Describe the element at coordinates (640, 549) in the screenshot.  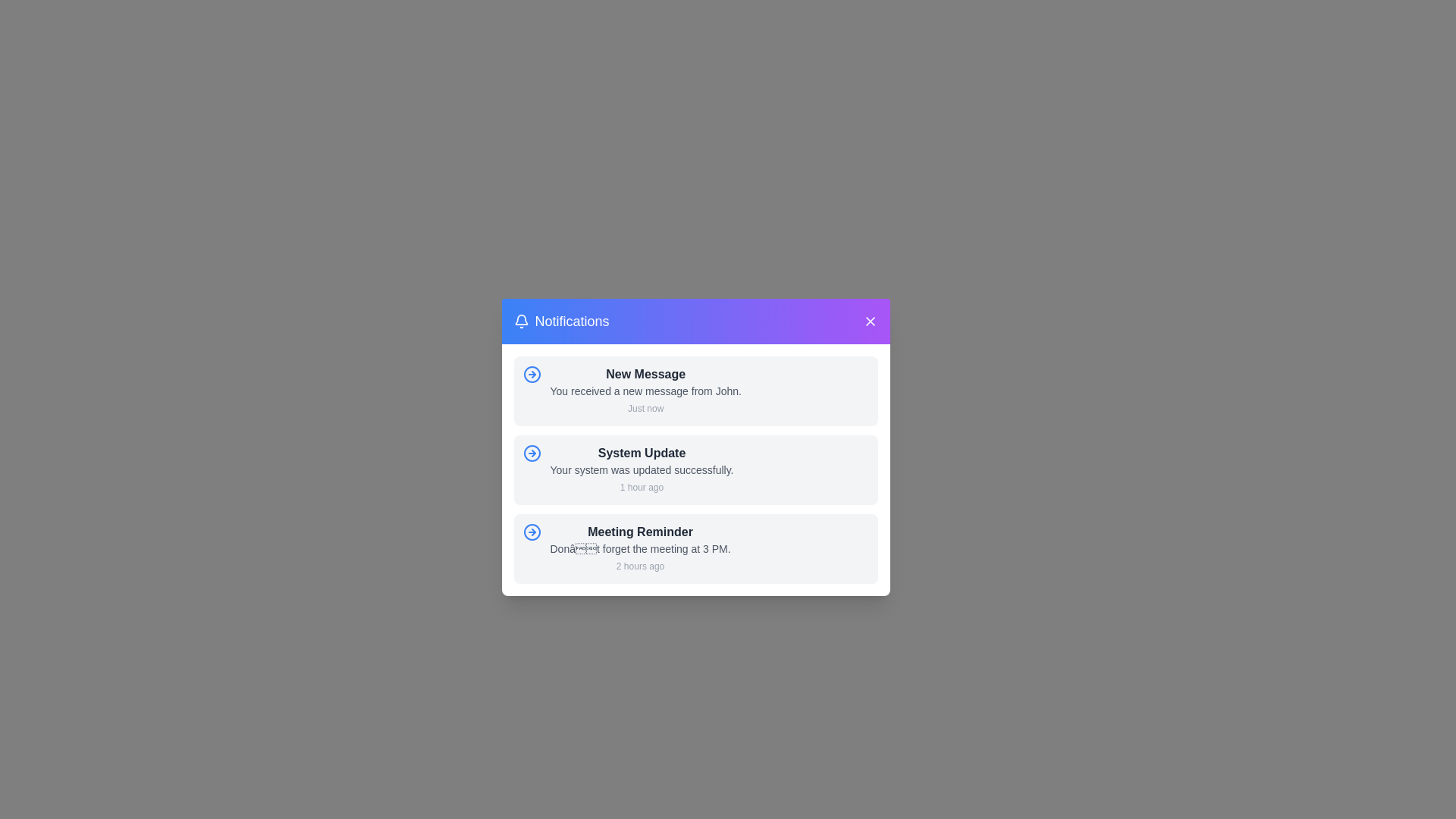
I see `the text label that reads 'Don’t forget the meeting at 3 PM.' located in the lower section of the 'Notifications' panel, which is part of the 'Meeting Reminder' notification item` at that location.